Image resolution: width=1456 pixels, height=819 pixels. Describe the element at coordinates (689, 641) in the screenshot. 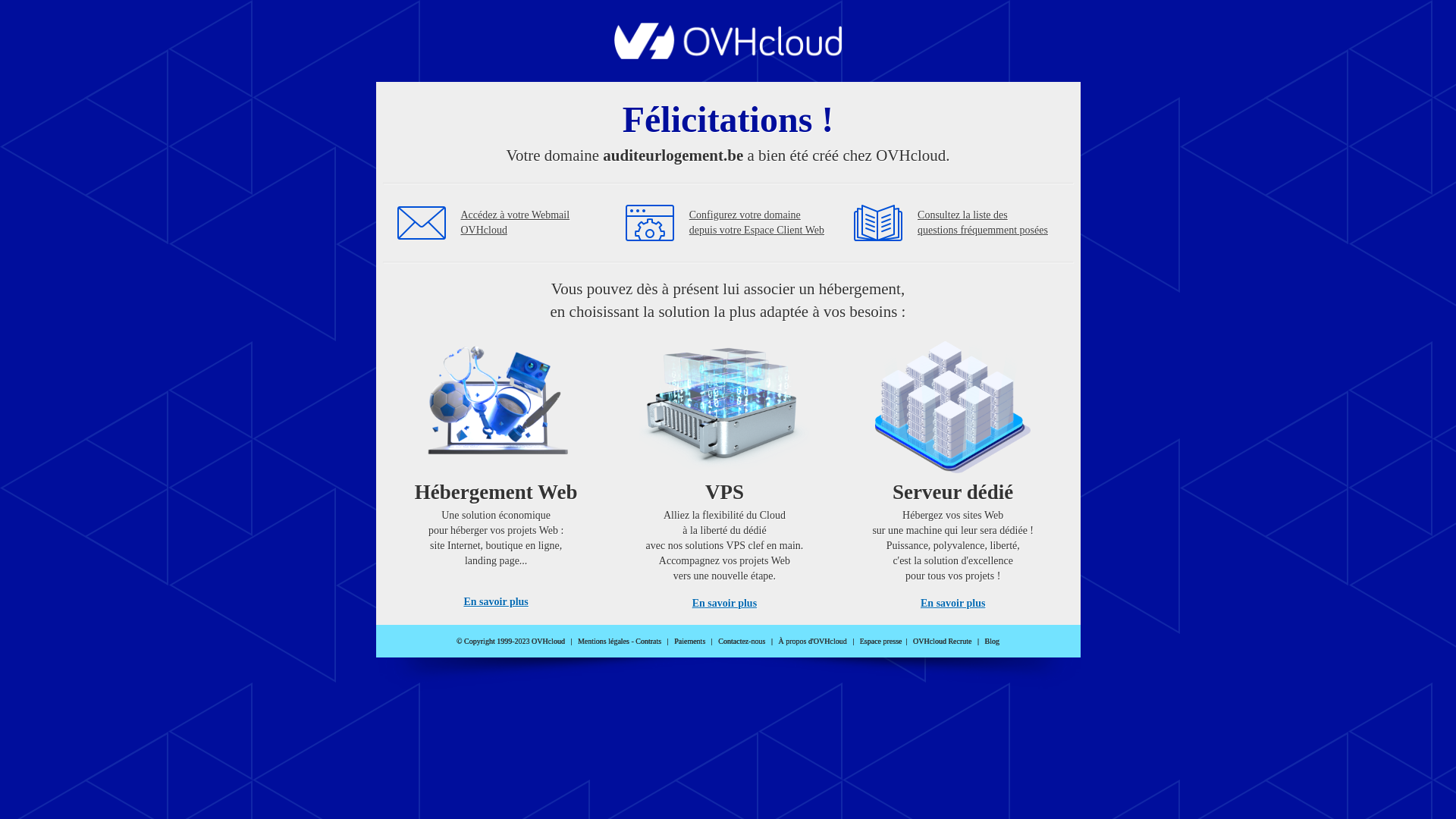

I see `'Paiements'` at that location.